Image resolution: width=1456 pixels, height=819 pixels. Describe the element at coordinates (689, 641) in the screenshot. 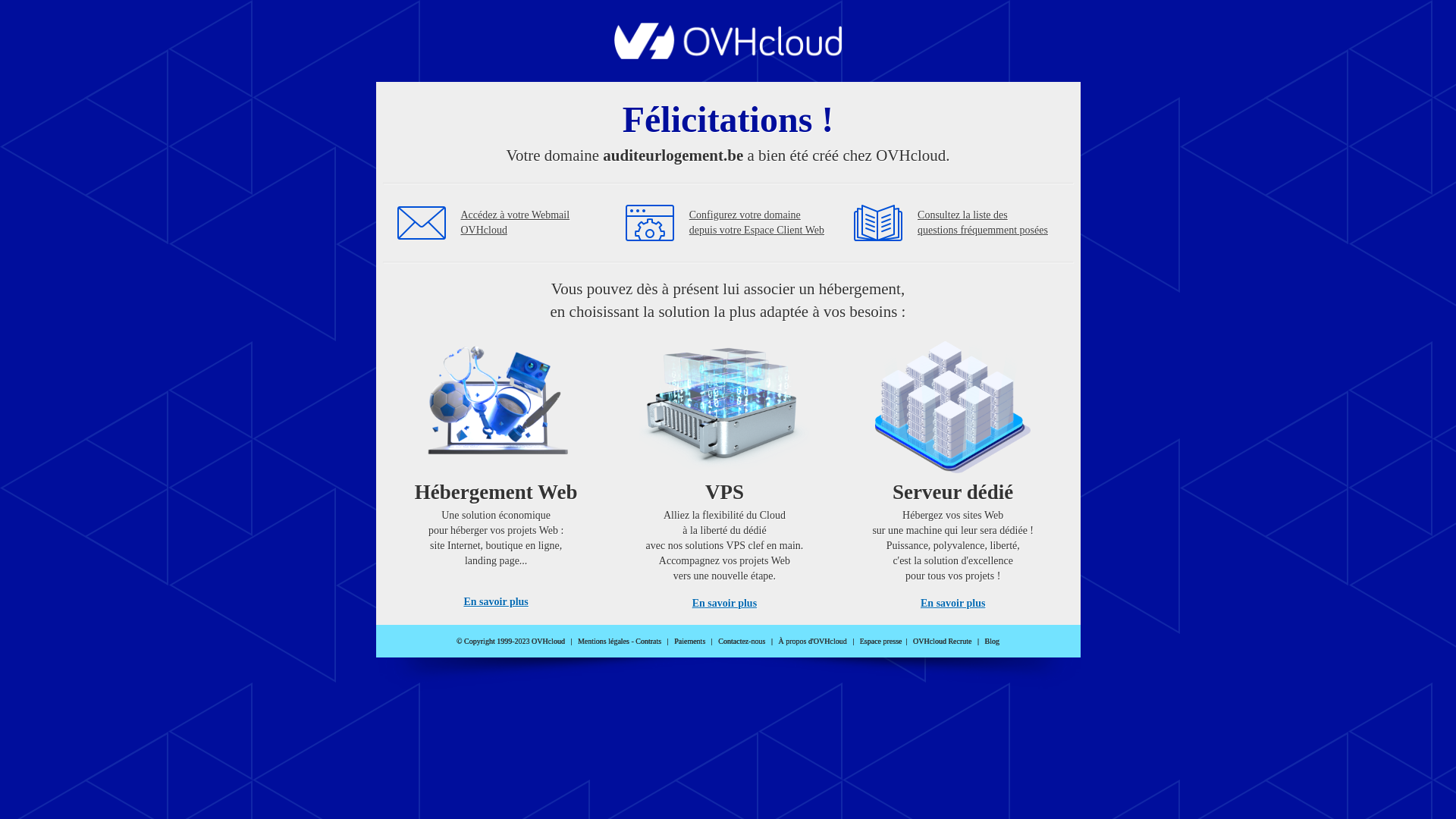

I see `'Paiements'` at that location.